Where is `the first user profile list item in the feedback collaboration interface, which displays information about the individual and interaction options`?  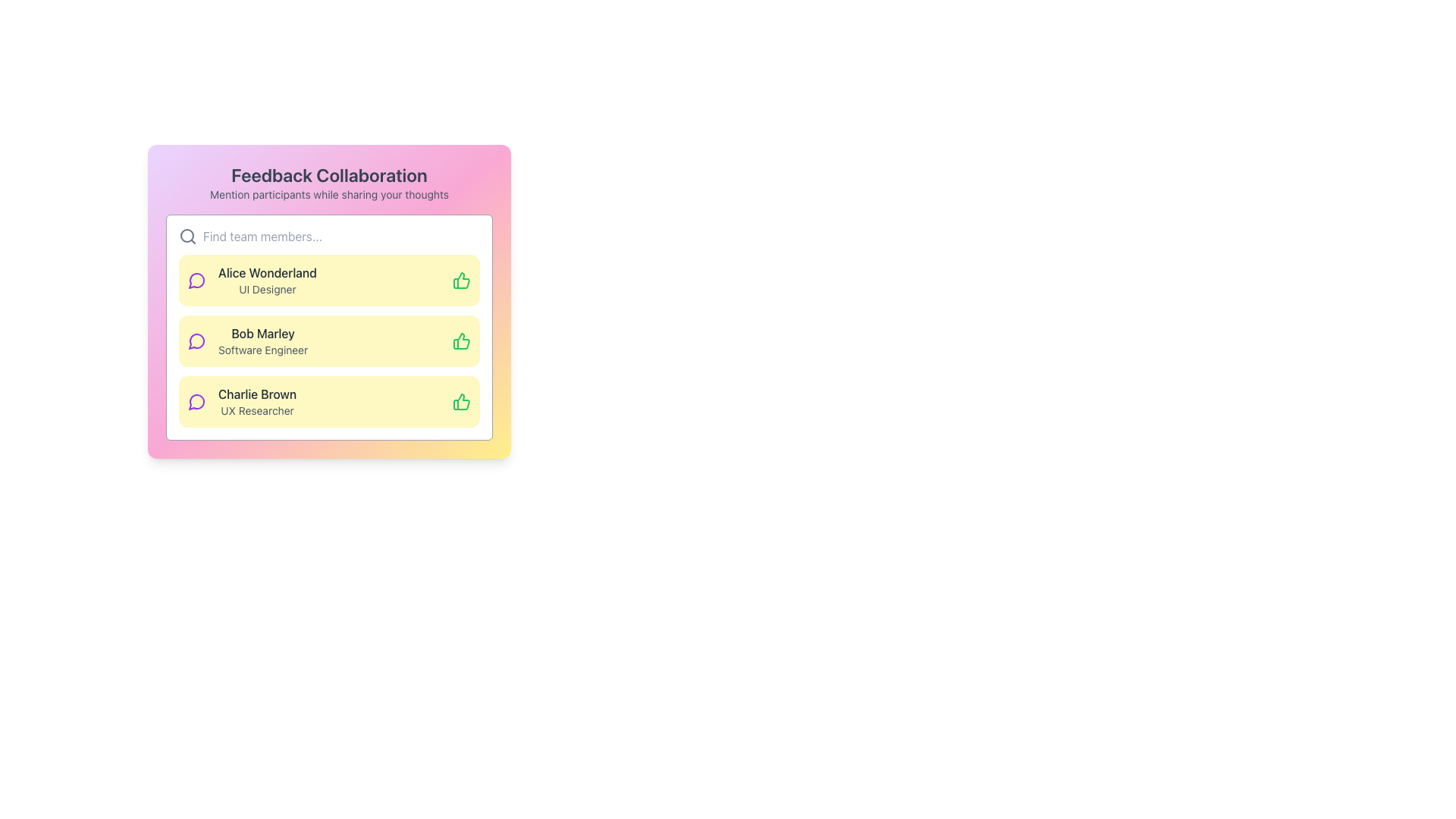 the first user profile list item in the feedback collaboration interface, which displays information about the individual and interaction options is located at coordinates (328, 281).